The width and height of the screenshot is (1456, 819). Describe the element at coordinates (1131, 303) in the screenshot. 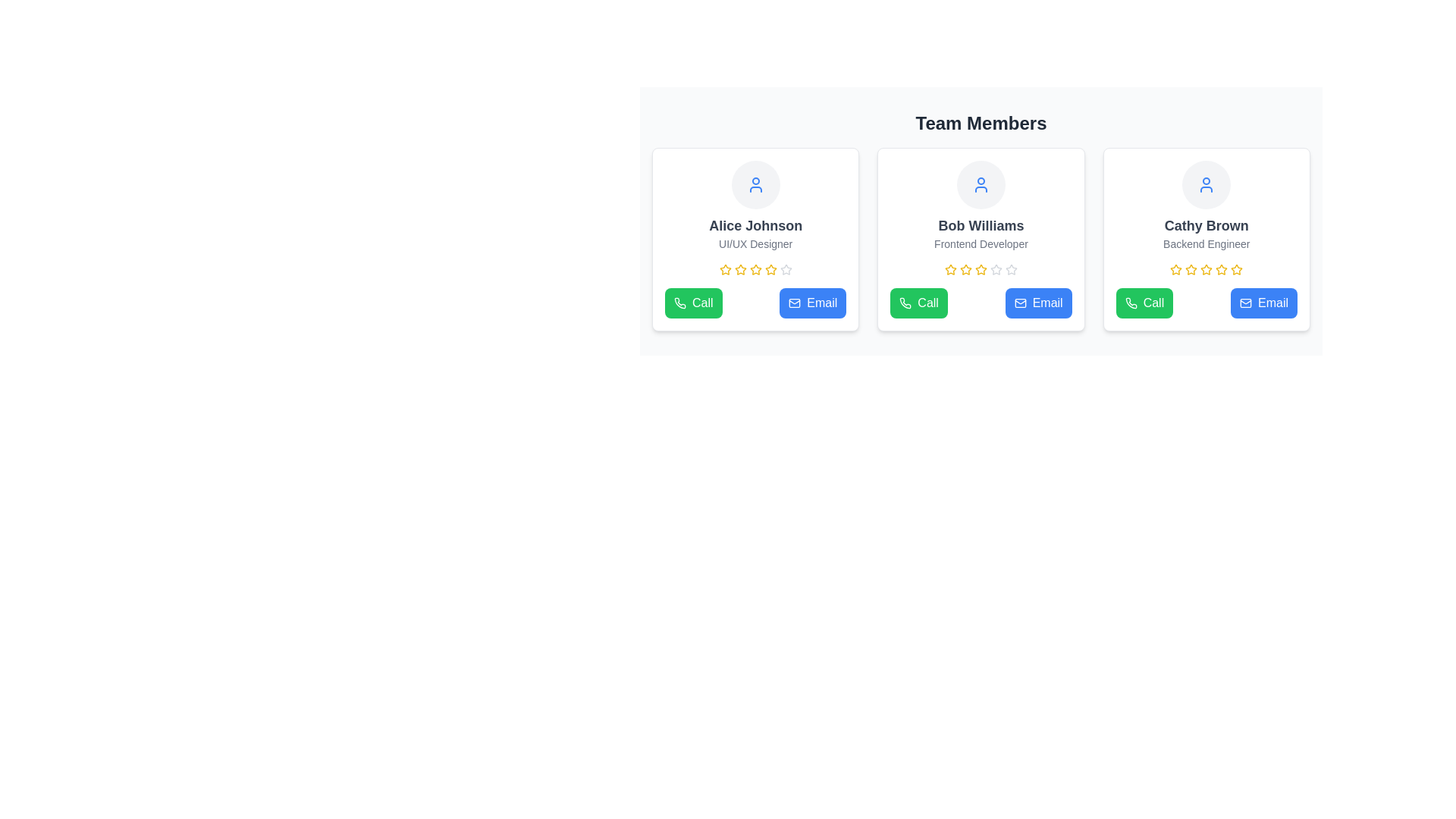

I see `the call icon within the green 'Call' button under the profile card for 'Cathy Brown, Backend Engineer'` at that location.